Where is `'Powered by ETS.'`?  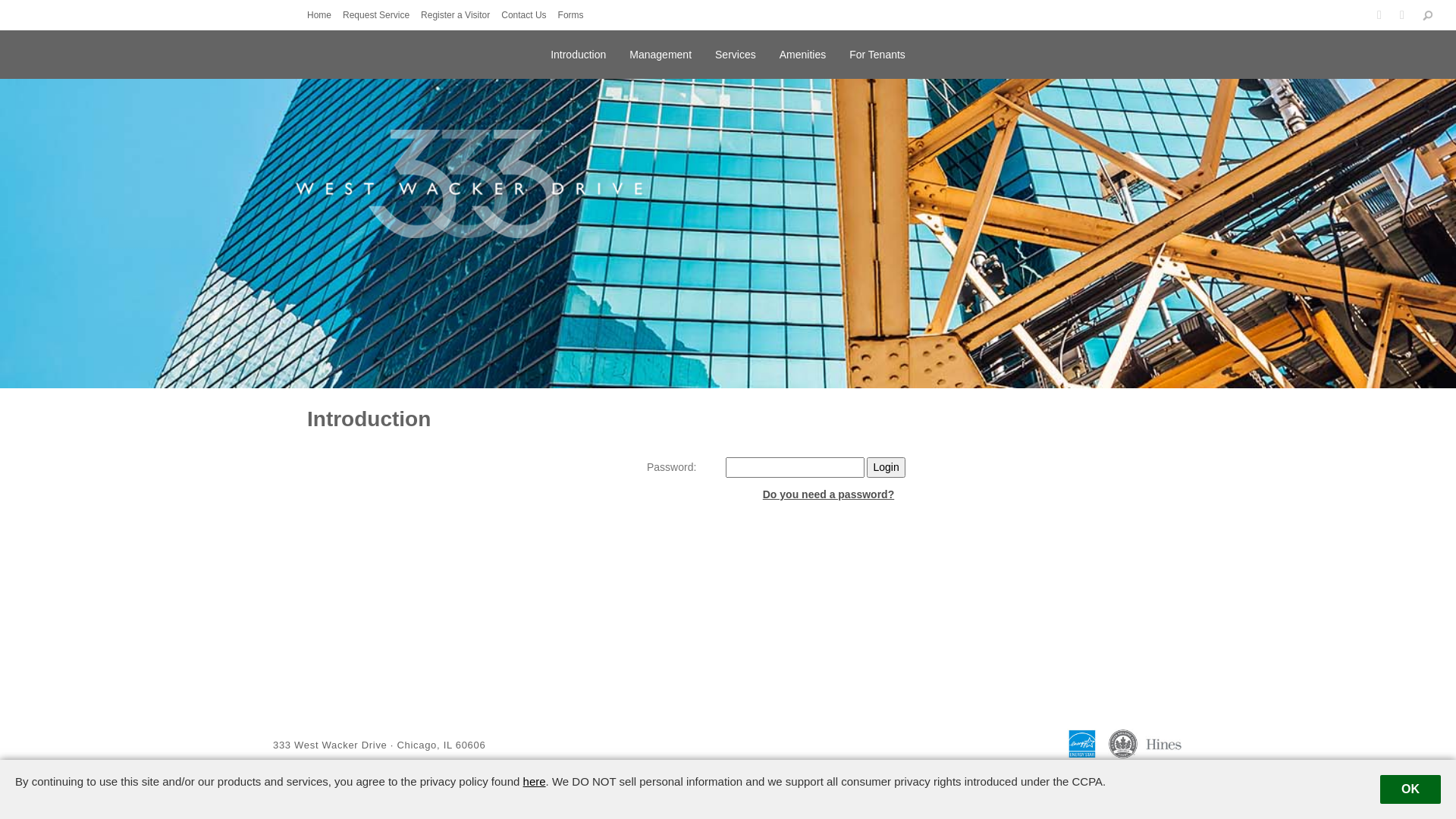
'Powered by ETS.' is located at coordinates (719, 777).